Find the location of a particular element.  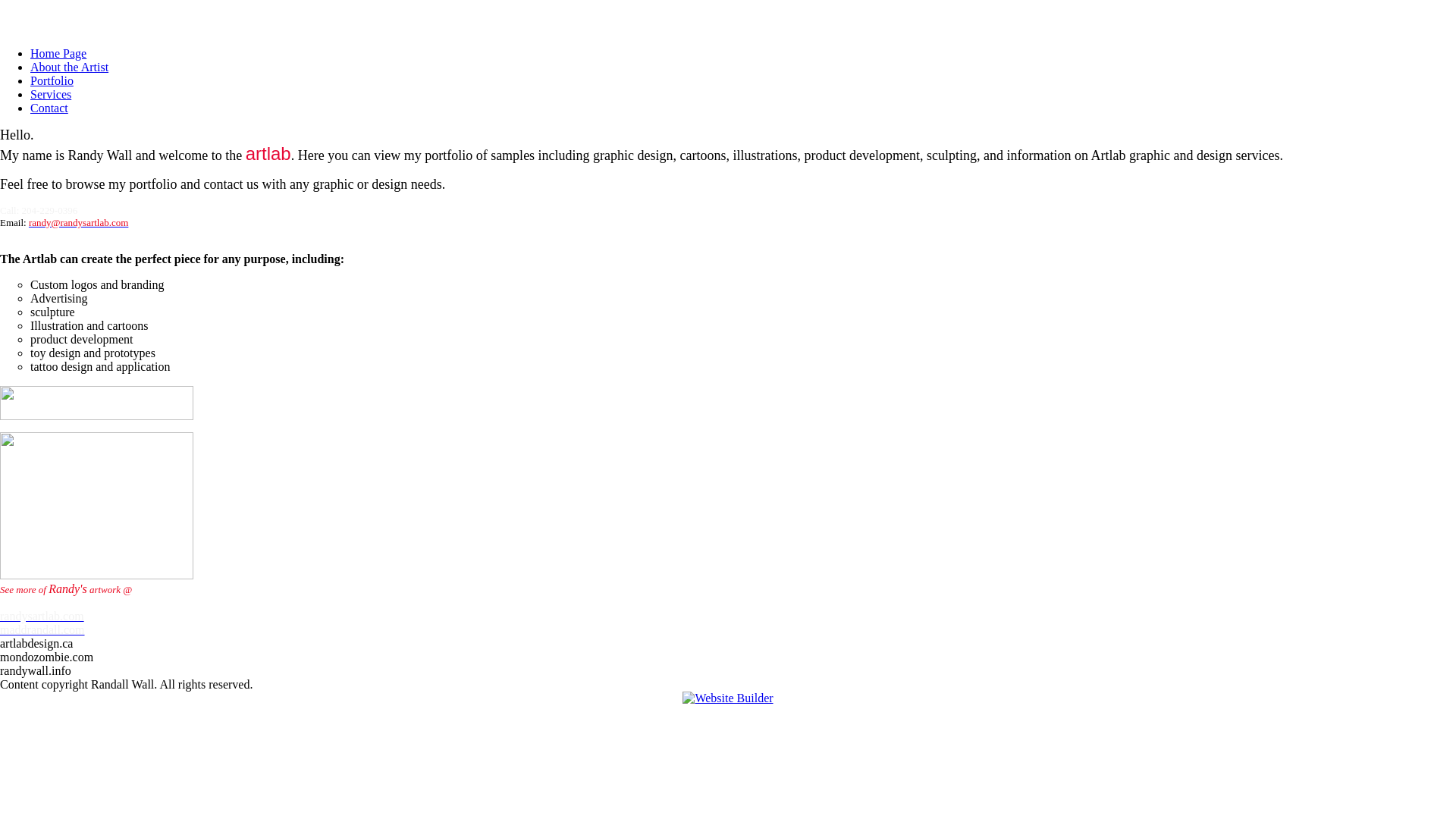

'randysartlab.com' is located at coordinates (42, 616).